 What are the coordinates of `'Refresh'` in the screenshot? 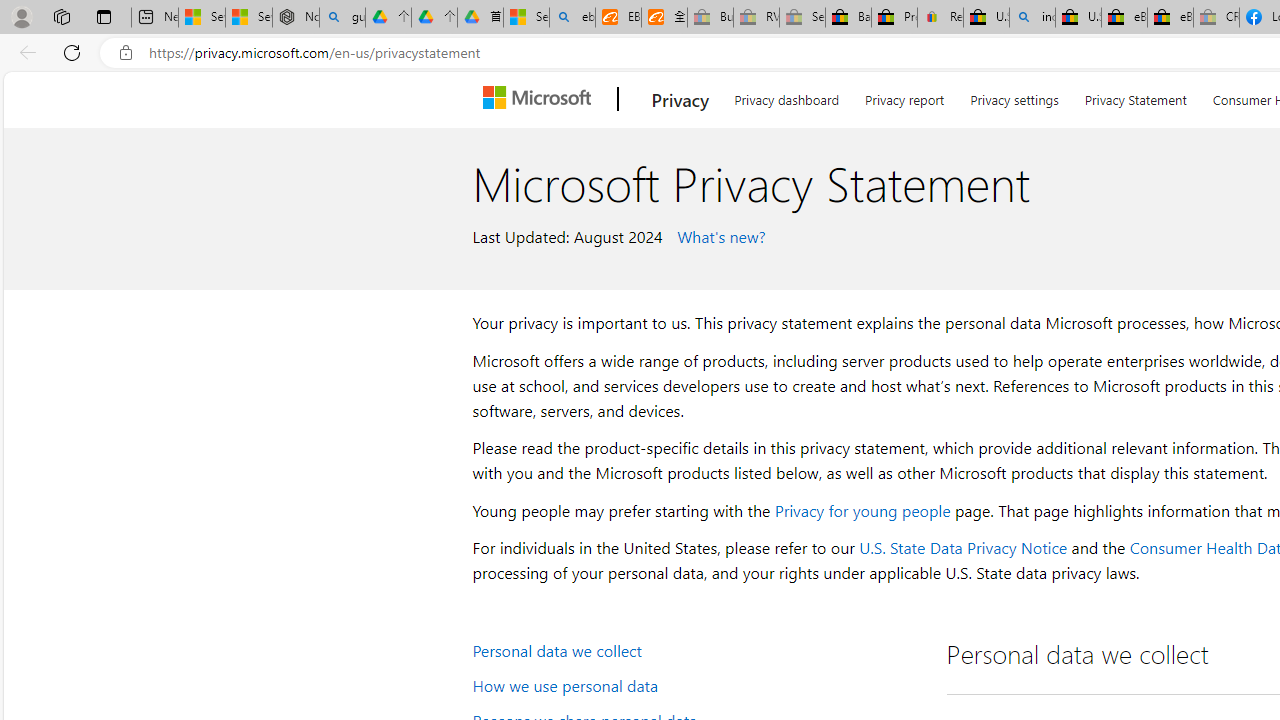 It's located at (72, 51).